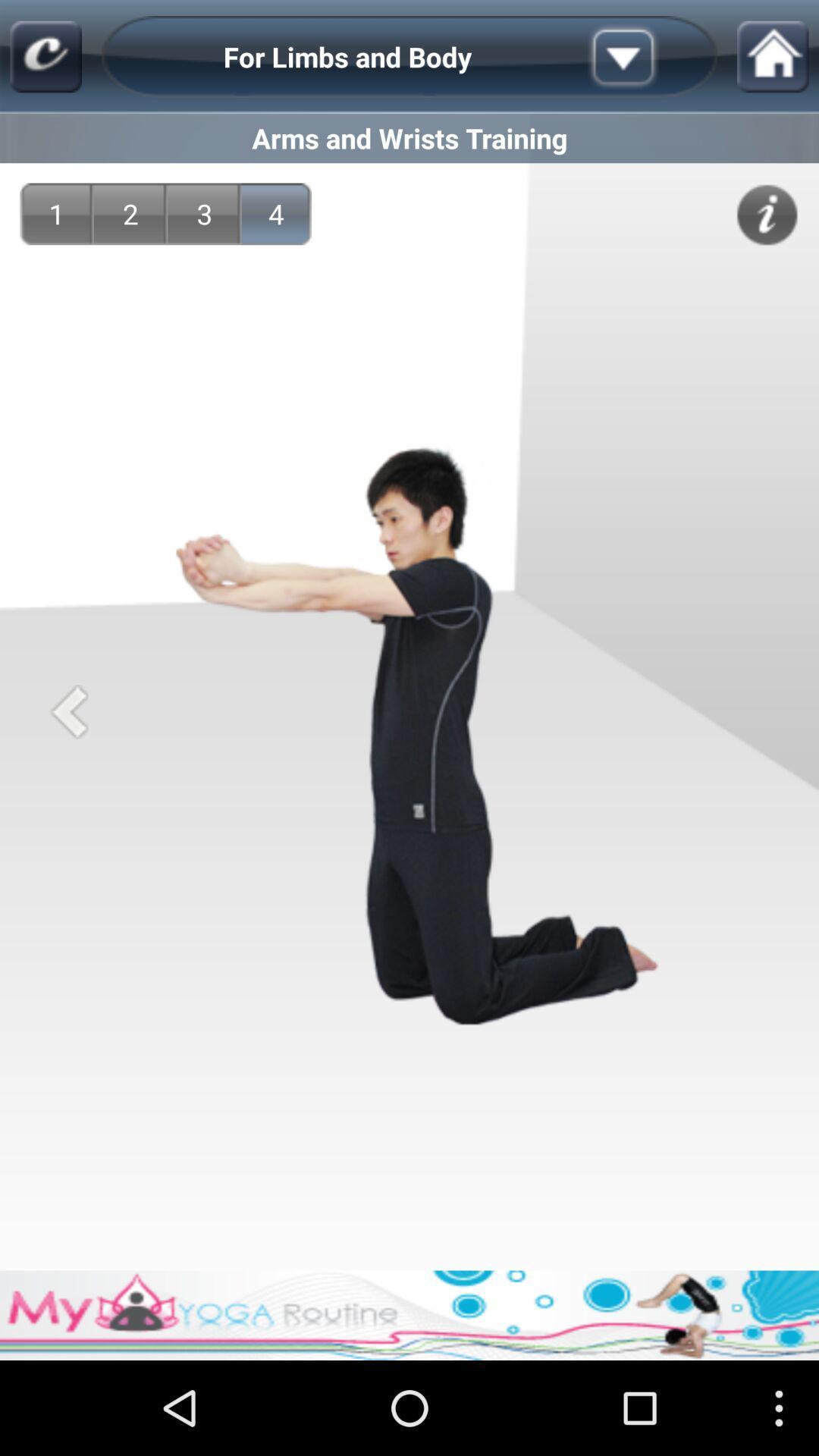 This screenshot has width=819, height=1456. I want to click on item below the arms and wrists app, so click(205, 213).